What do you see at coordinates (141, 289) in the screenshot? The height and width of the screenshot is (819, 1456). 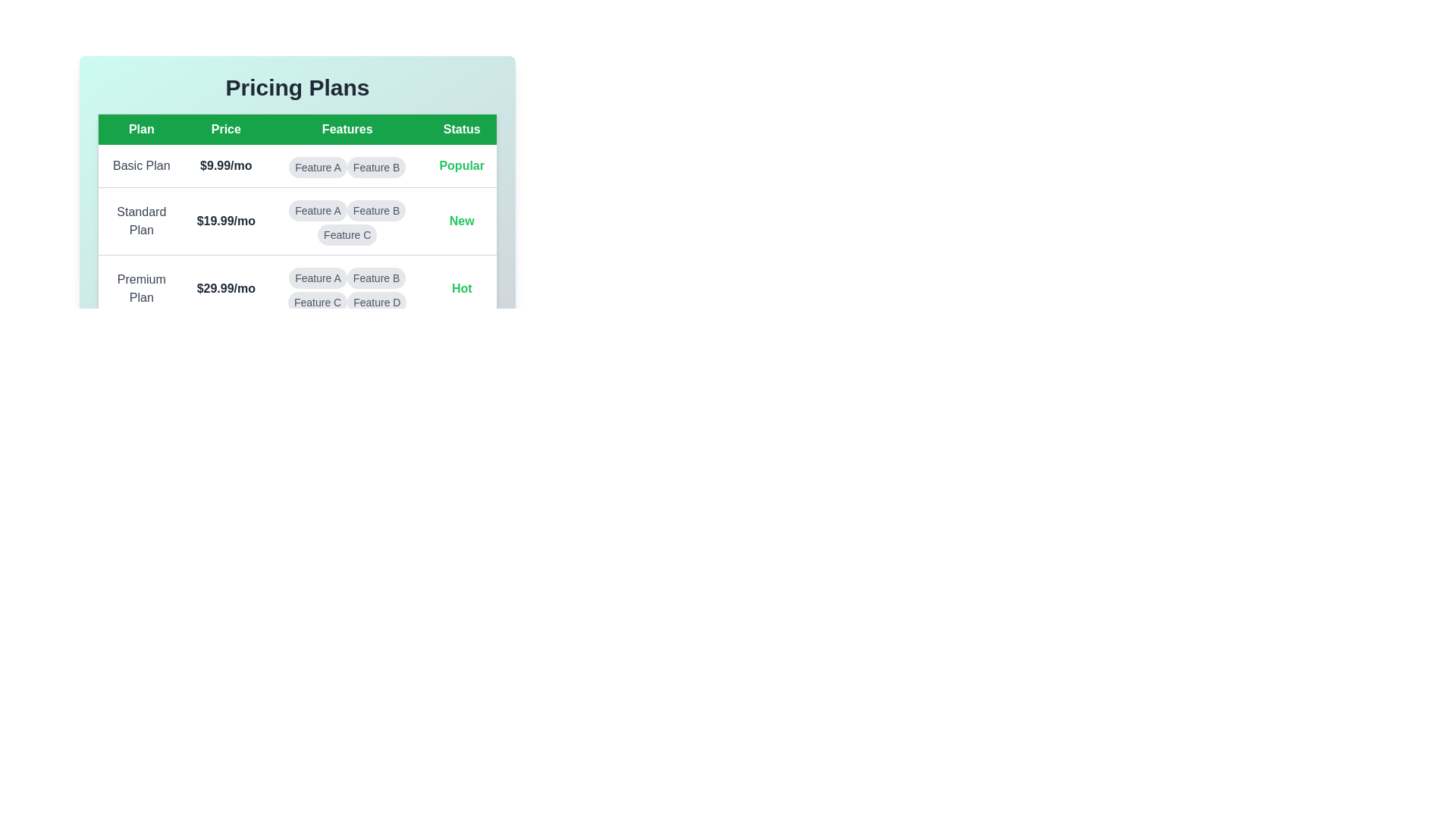 I see `the details of the selected plan: Premium Plan` at bounding box center [141, 289].